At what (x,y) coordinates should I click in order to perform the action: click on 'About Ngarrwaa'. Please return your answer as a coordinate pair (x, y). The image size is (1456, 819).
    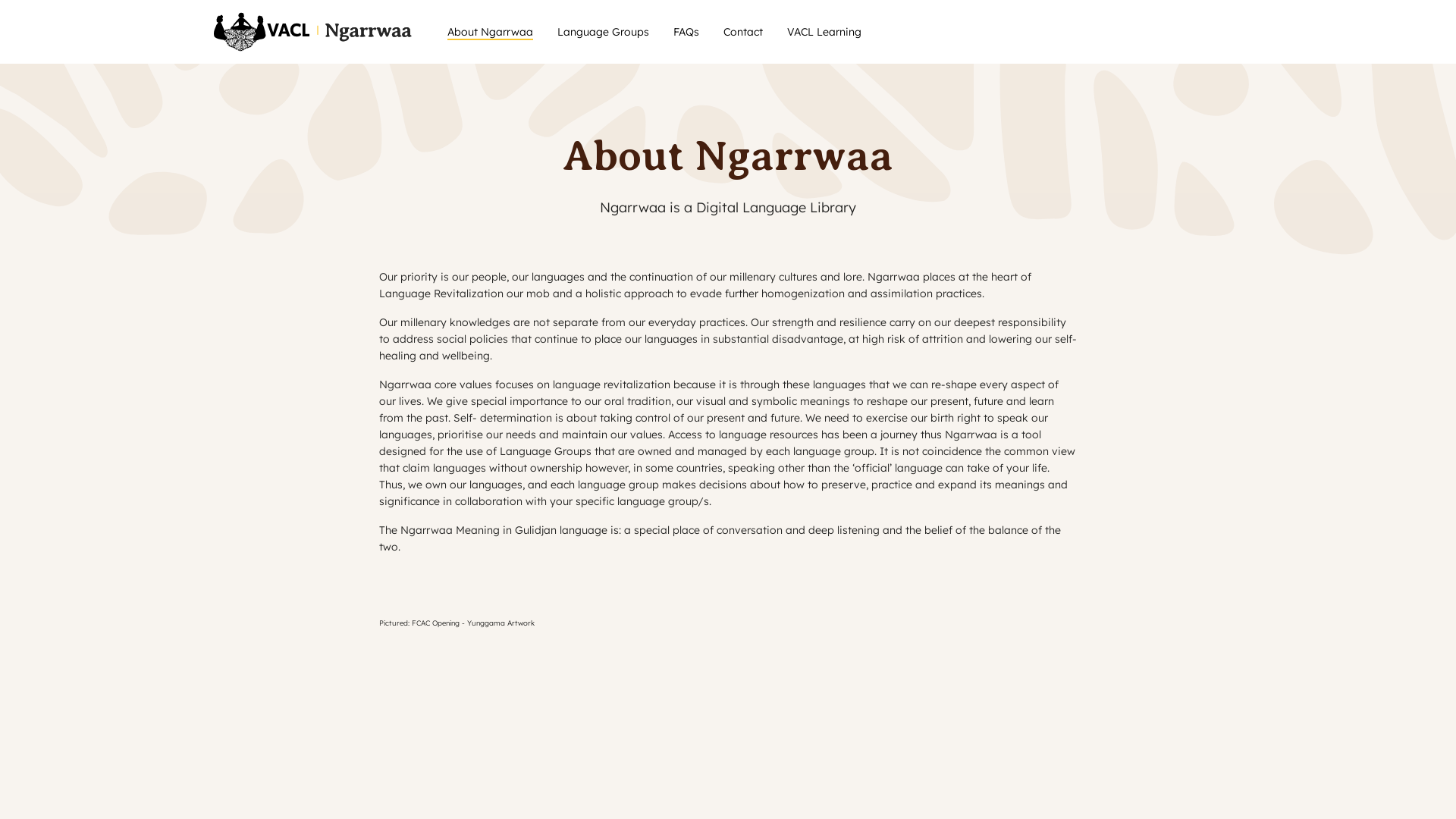
    Looking at the image, I should click on (490, 32).